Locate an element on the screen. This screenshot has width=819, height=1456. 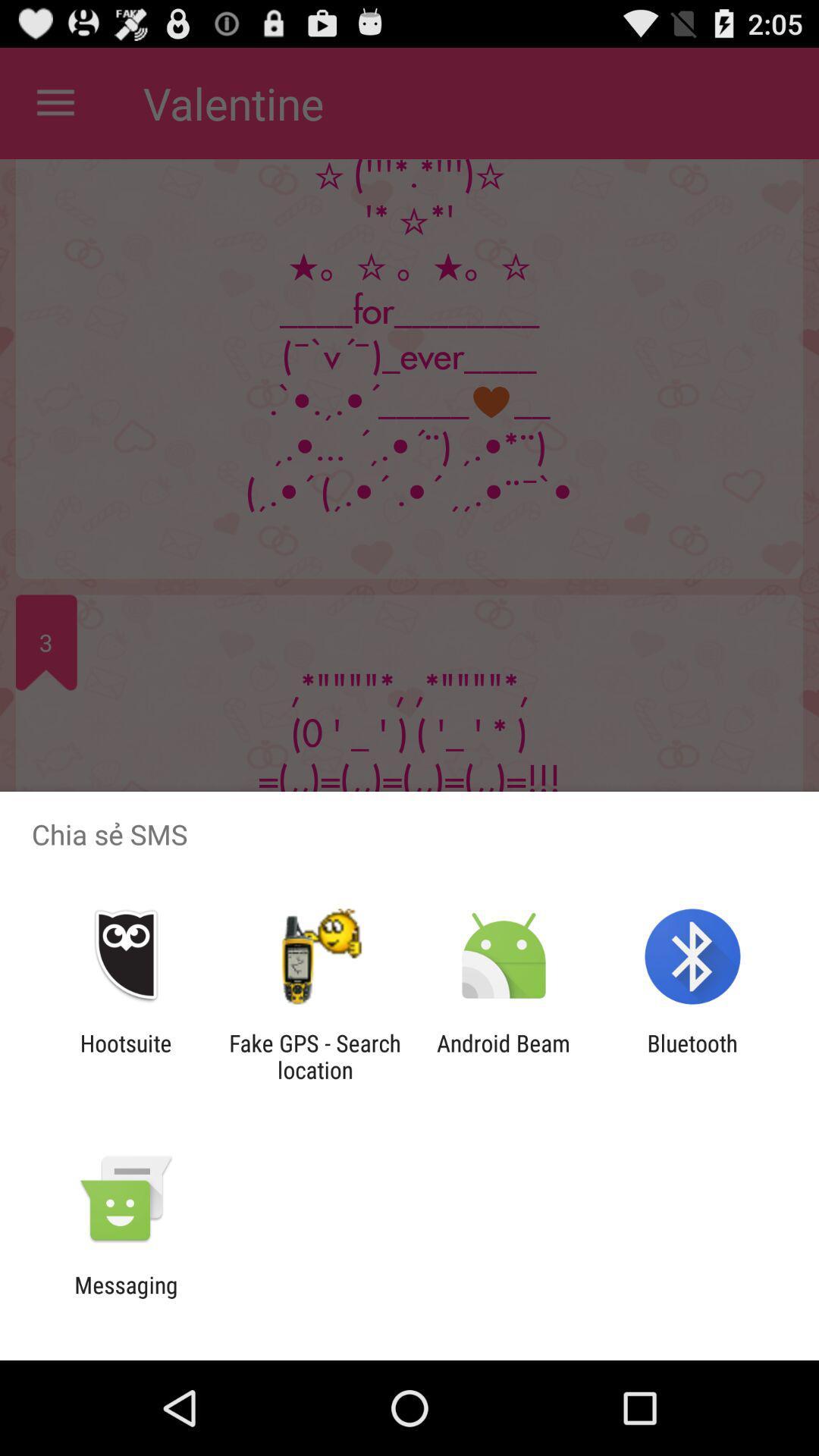
icon next to the bluetooth icon is located at coordinates (504, 1056).